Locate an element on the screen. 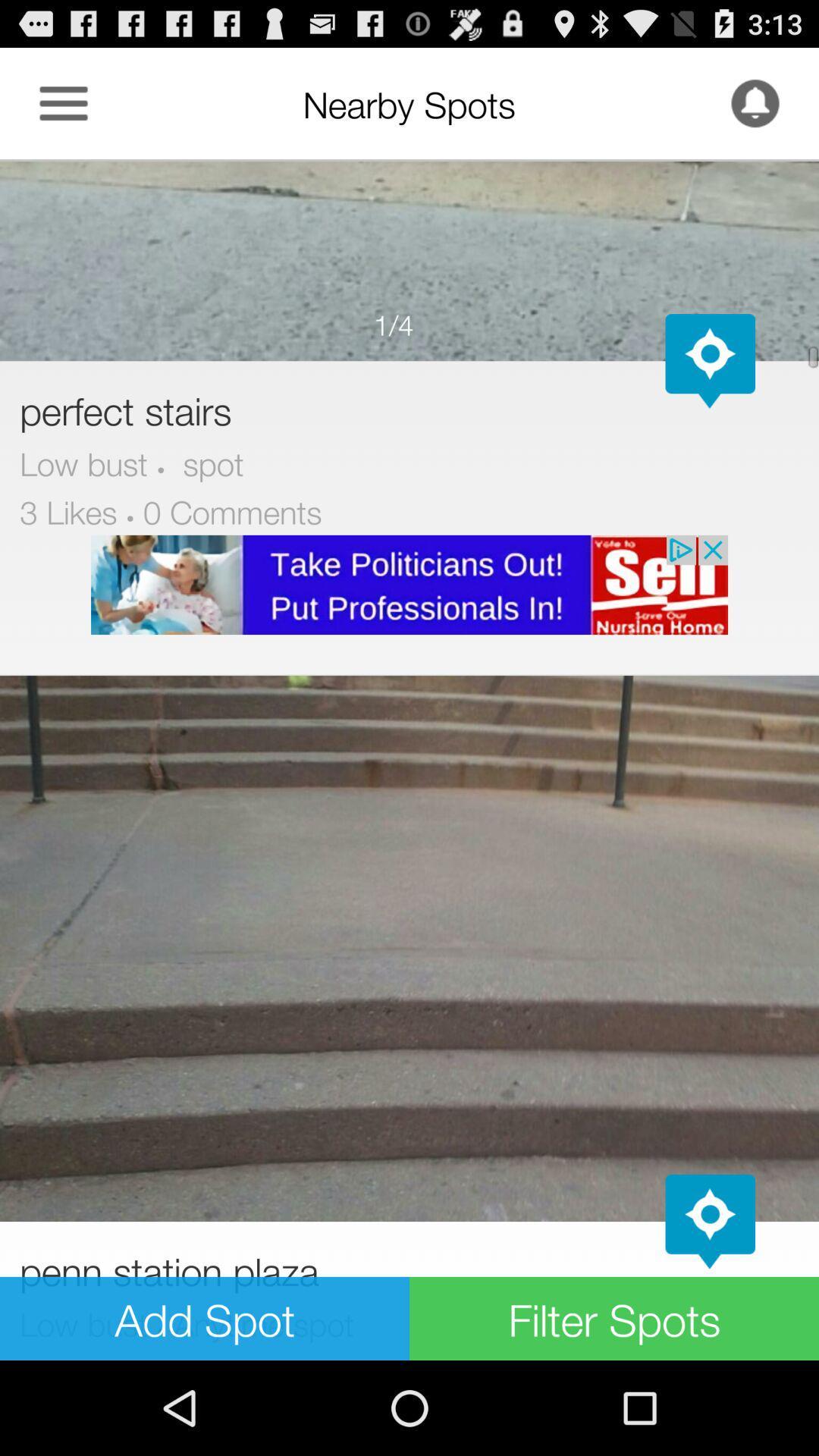  check out the advertisement is located at coordinates (409, 584).